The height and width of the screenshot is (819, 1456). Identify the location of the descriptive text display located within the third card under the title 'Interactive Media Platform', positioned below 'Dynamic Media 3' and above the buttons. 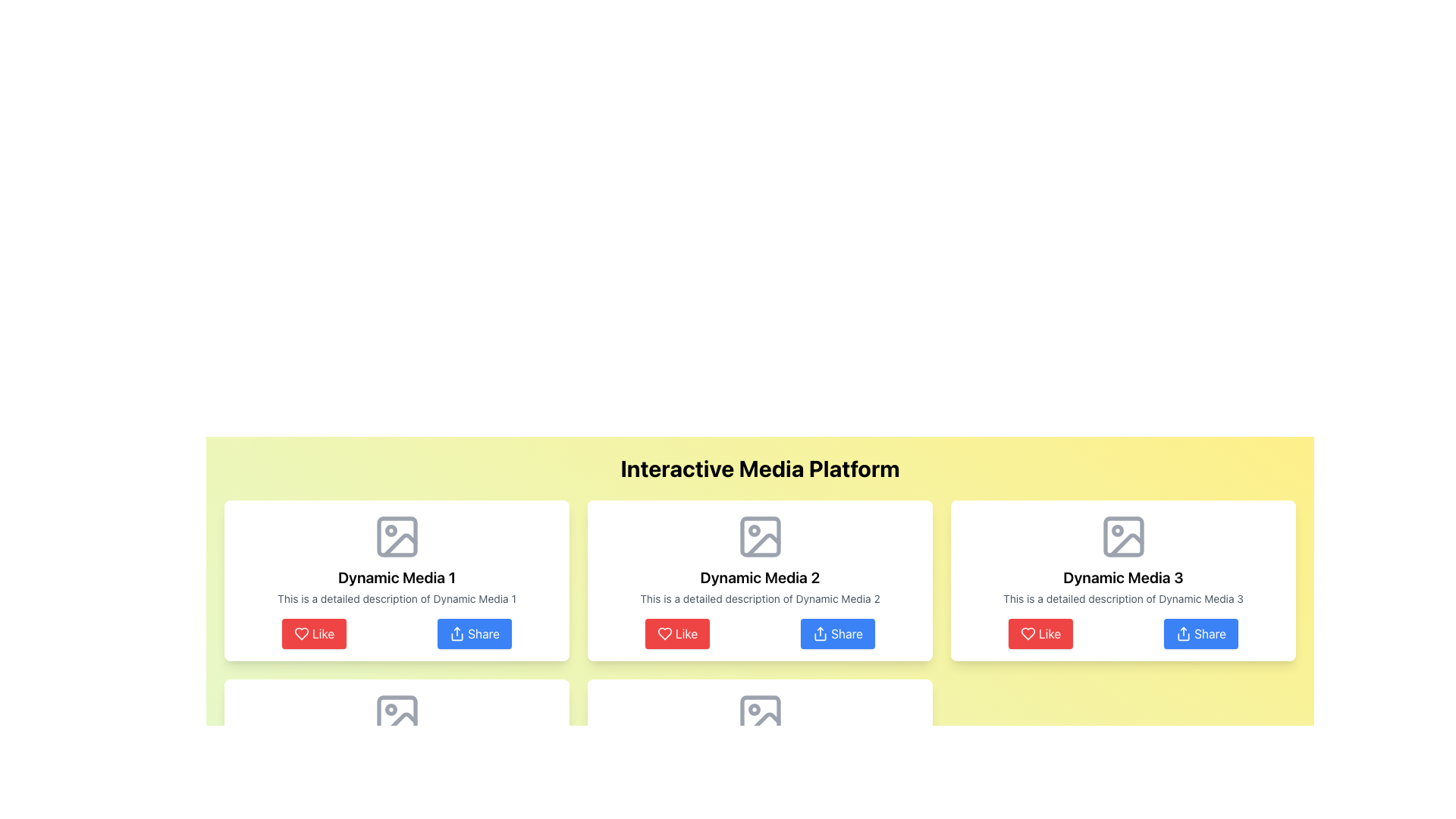
(1123, 598).